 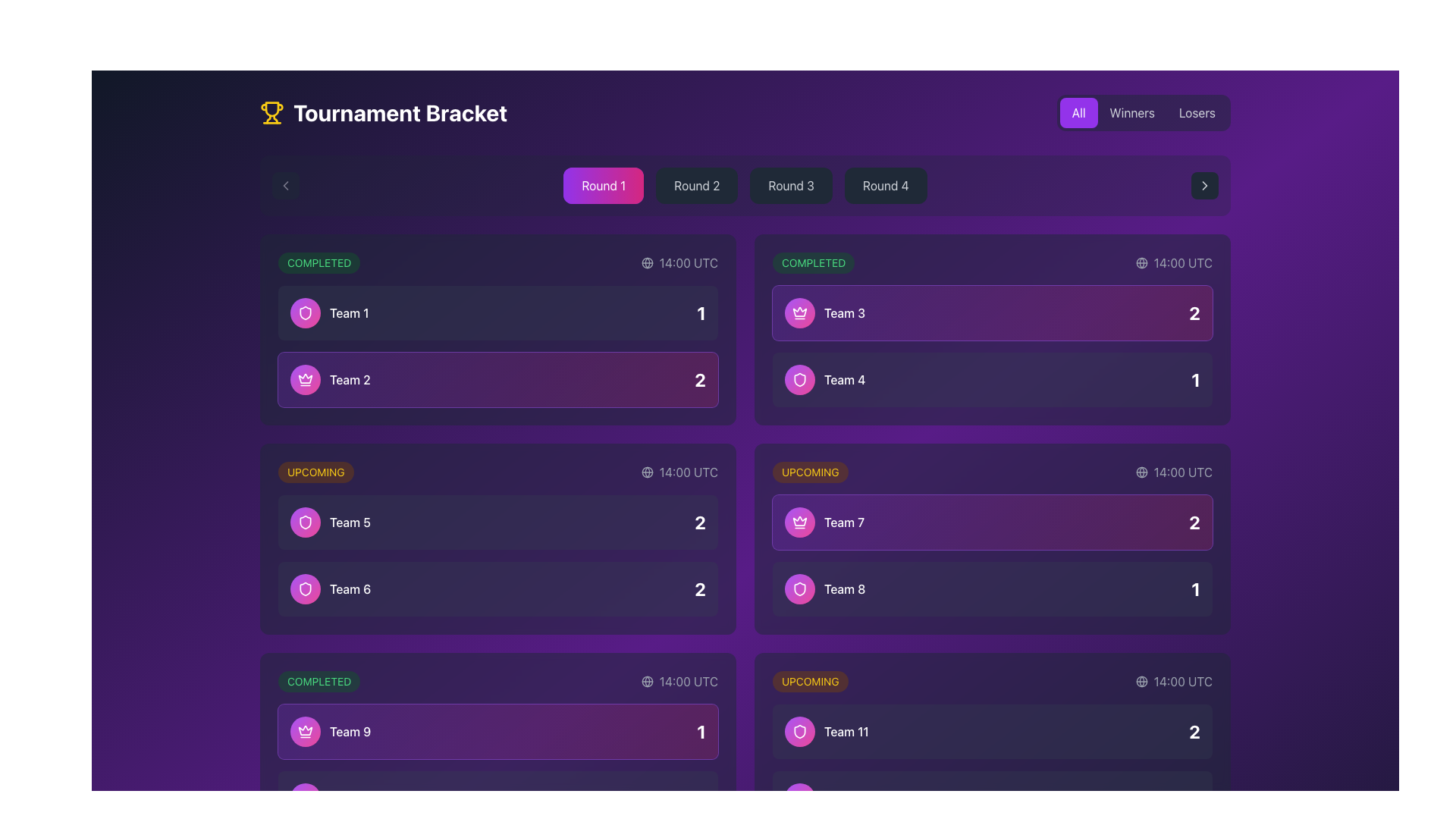 What do you see at coordinates (1141, 472) in the screenshot?
I see `the line-based vector icon that forms part of a globe design, located near the textual time information in the match schedule cards` at bounding box center [1141, 472].